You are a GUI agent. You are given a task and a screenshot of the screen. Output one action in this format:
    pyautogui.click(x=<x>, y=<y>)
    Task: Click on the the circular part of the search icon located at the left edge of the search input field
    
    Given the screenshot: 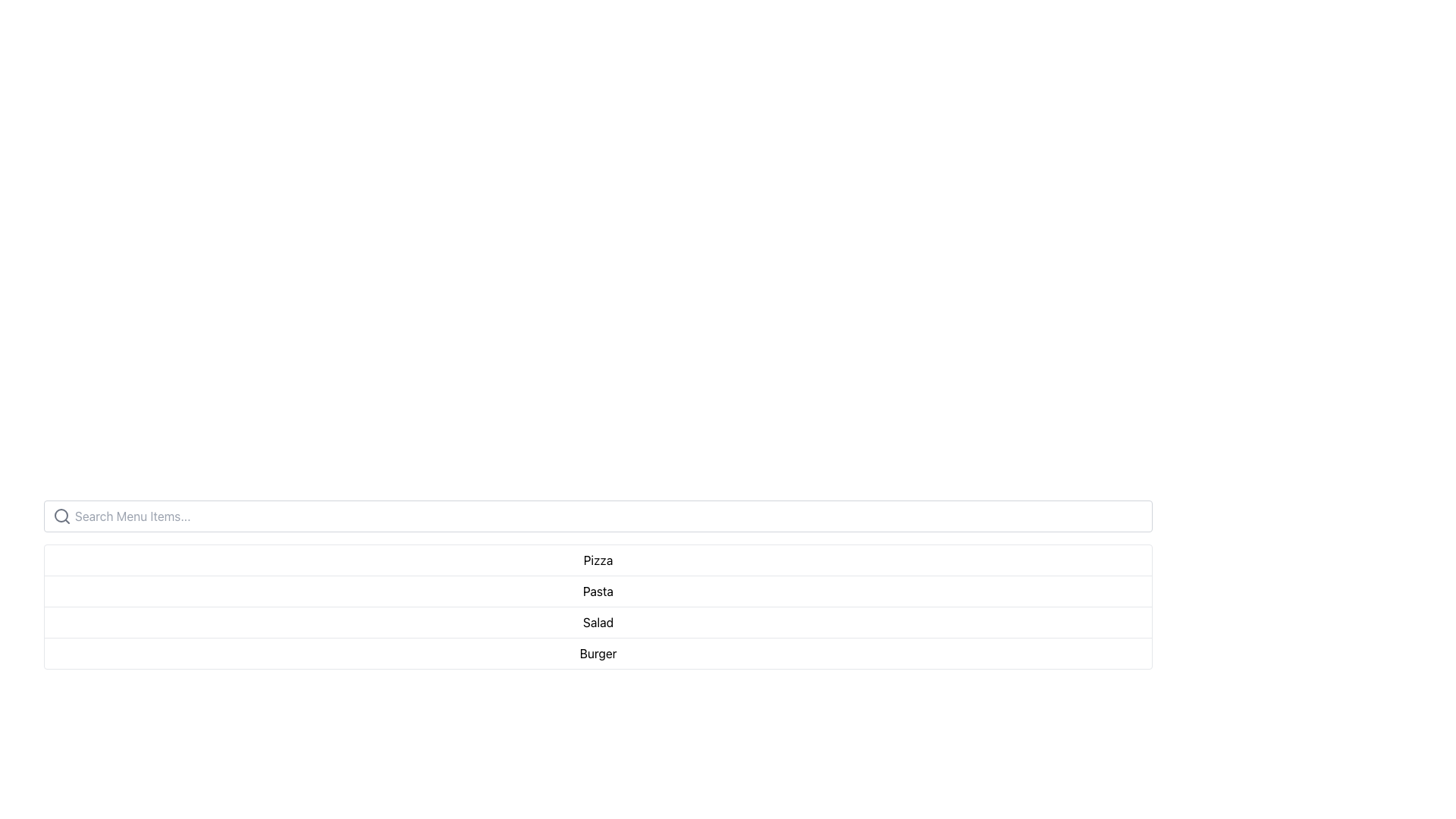 What is the action you would take?
    pyautogui.click(x=61, y=514)
    